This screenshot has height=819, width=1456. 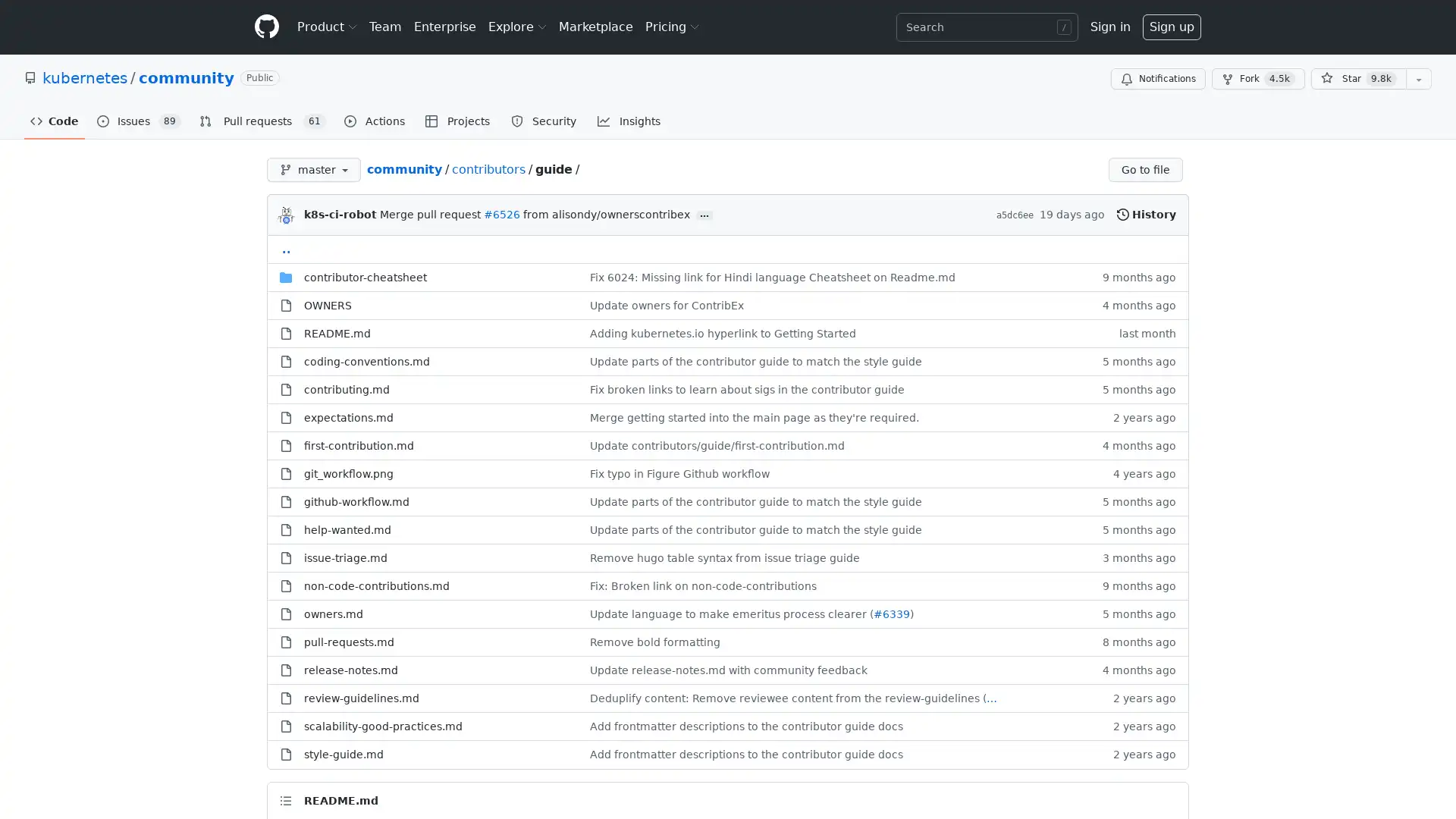 I want to click on You must be signed in to add this repository to a list, so click(x=1418, y=79).